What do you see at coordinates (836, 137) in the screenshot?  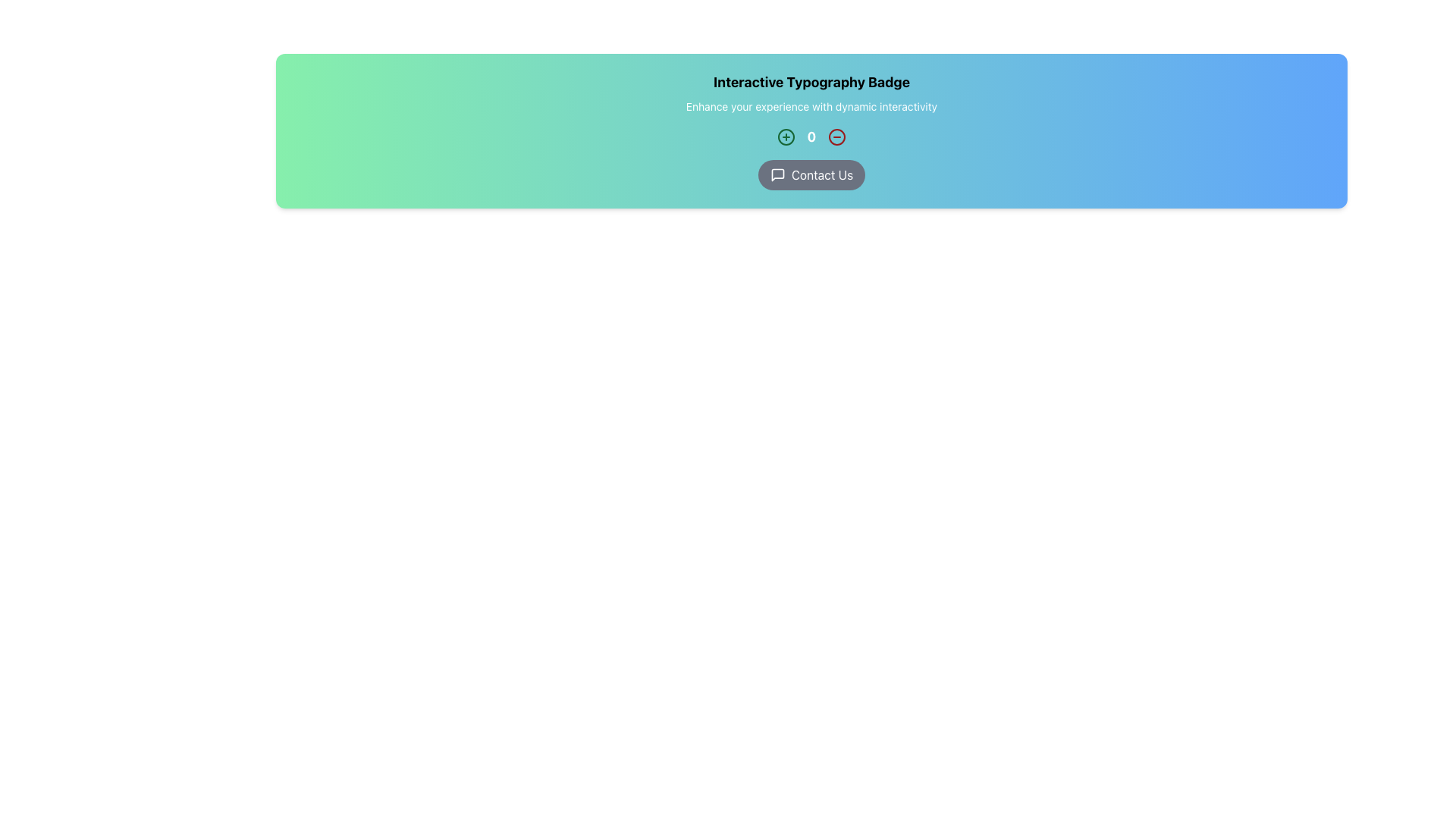 I see `the outer SVG circle graphic element located to the right of a horizontal row of graphical and textual elements, which symbolizes a negative indicator` at bounding box center [836, 137].